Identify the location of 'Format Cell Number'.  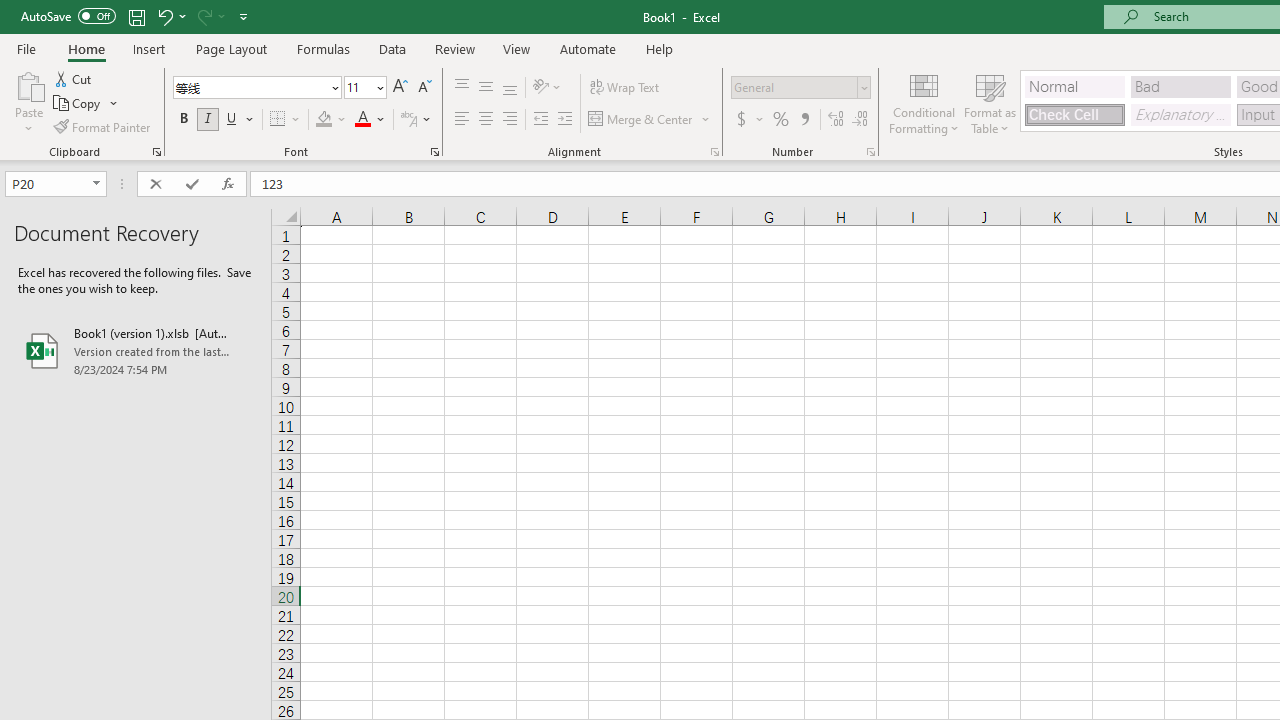
(871, 150).